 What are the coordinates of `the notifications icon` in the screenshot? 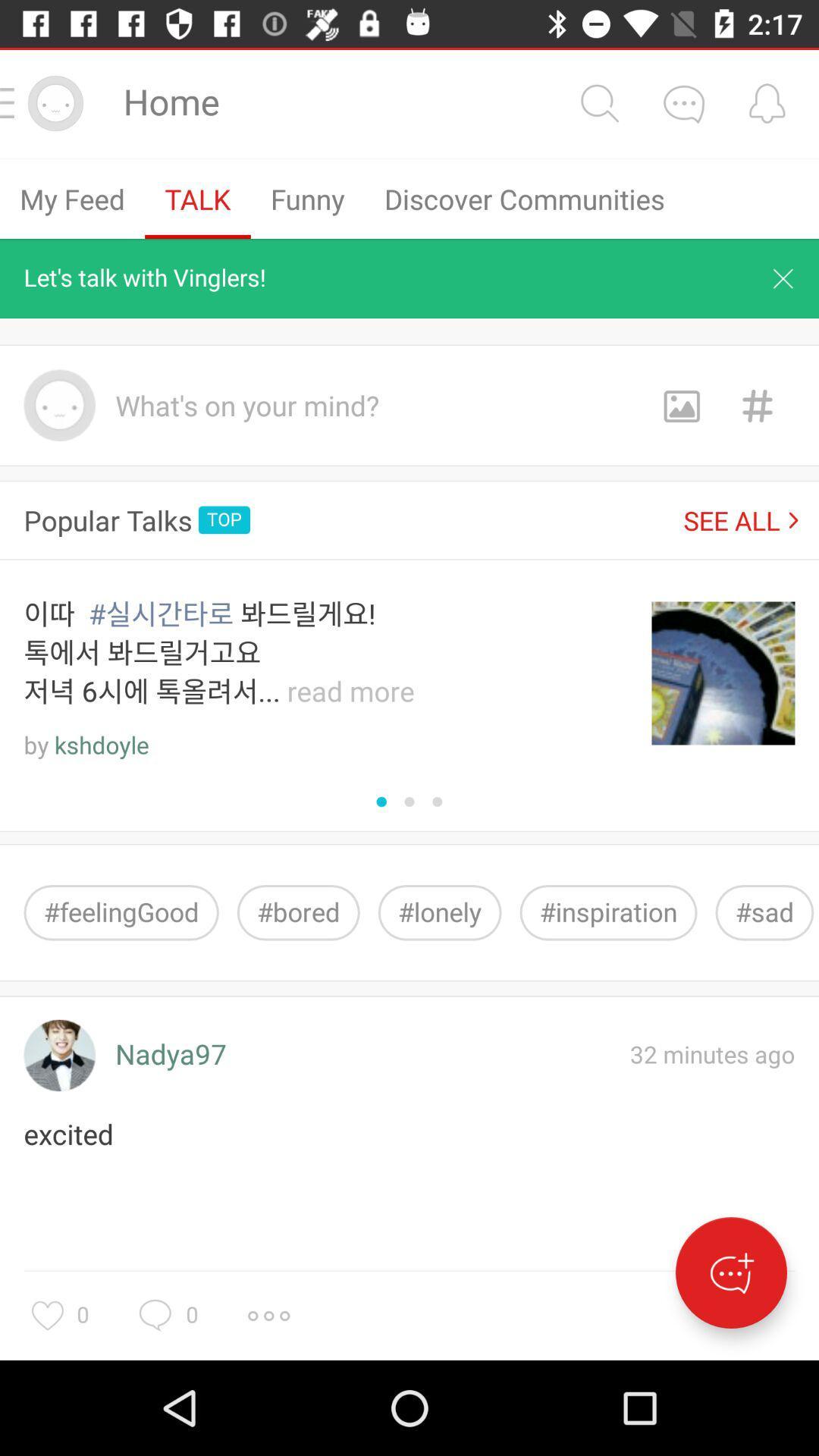 It's located at (767, 102).